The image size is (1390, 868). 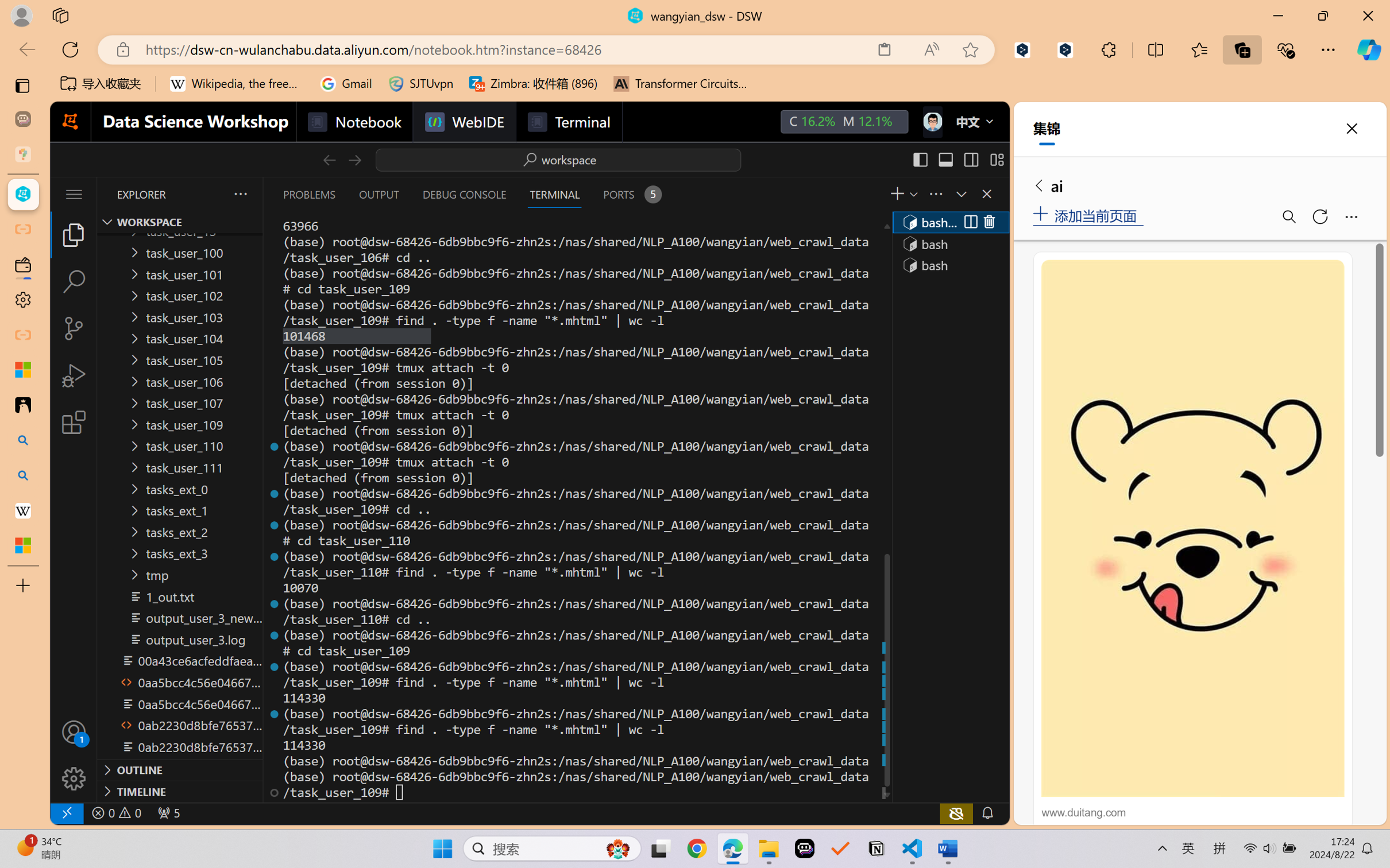 I want to click on 'Search (Ctrl+Shift+F)', so click(x=73, y=281).